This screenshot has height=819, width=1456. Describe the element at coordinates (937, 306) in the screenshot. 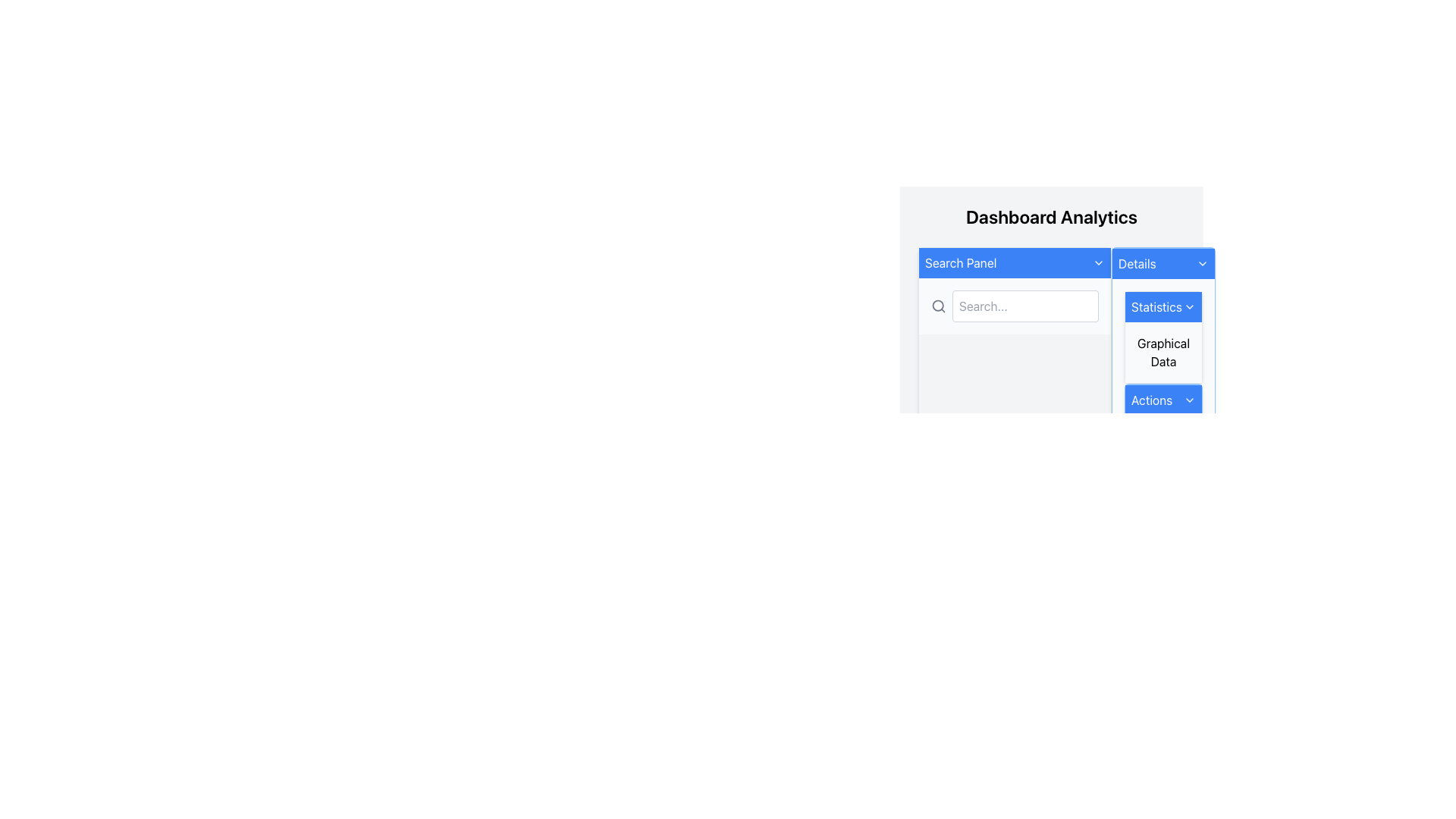

I see `the circular lens part of the magnifying glass icon, which is a decorative component indicating search functionality in the 'Search Panel' section under 'Dashboard Analytics'` at that location.